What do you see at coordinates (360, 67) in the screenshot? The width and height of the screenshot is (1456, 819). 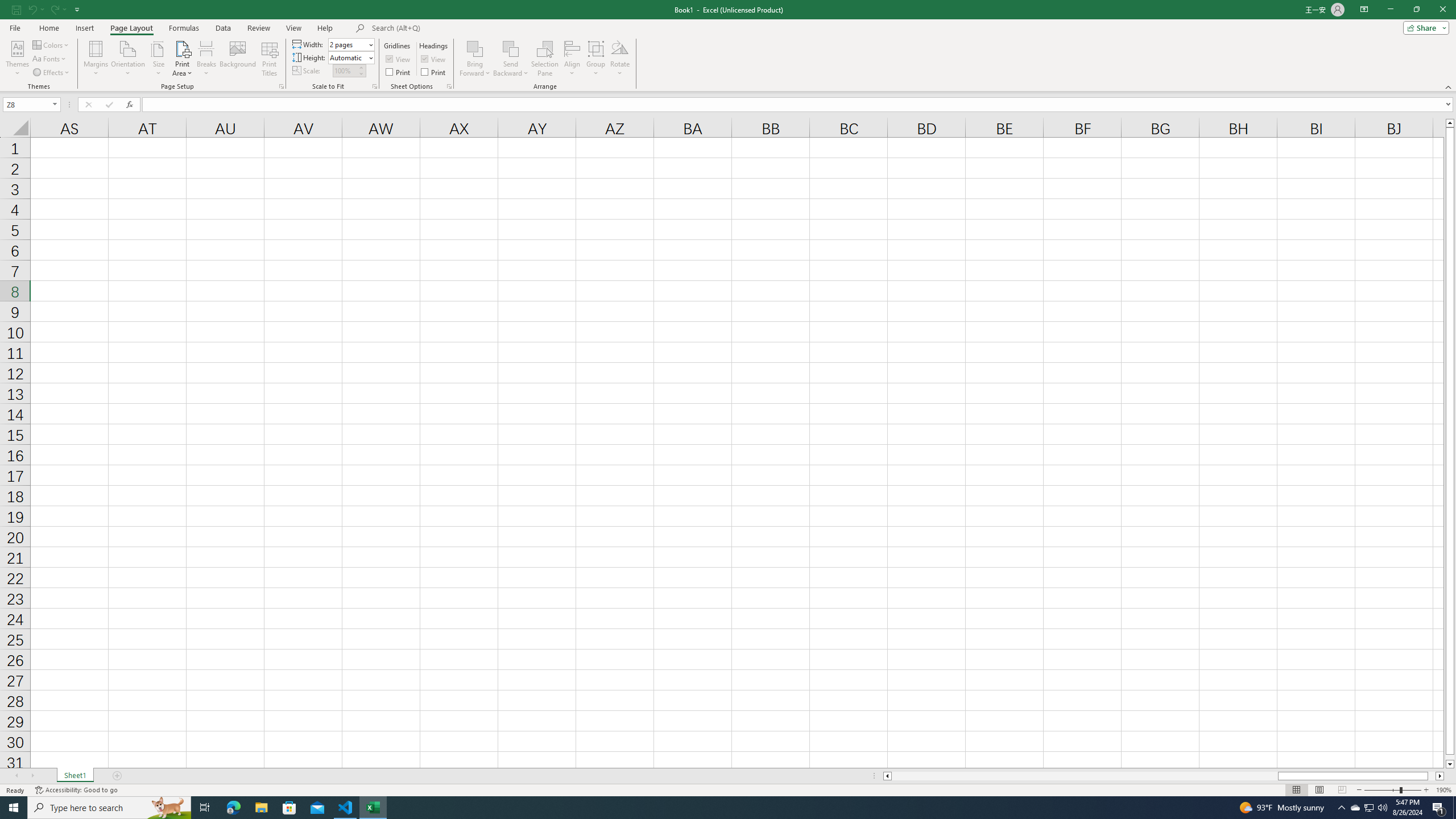 I see `'More'` at bounding box center [360, 67].